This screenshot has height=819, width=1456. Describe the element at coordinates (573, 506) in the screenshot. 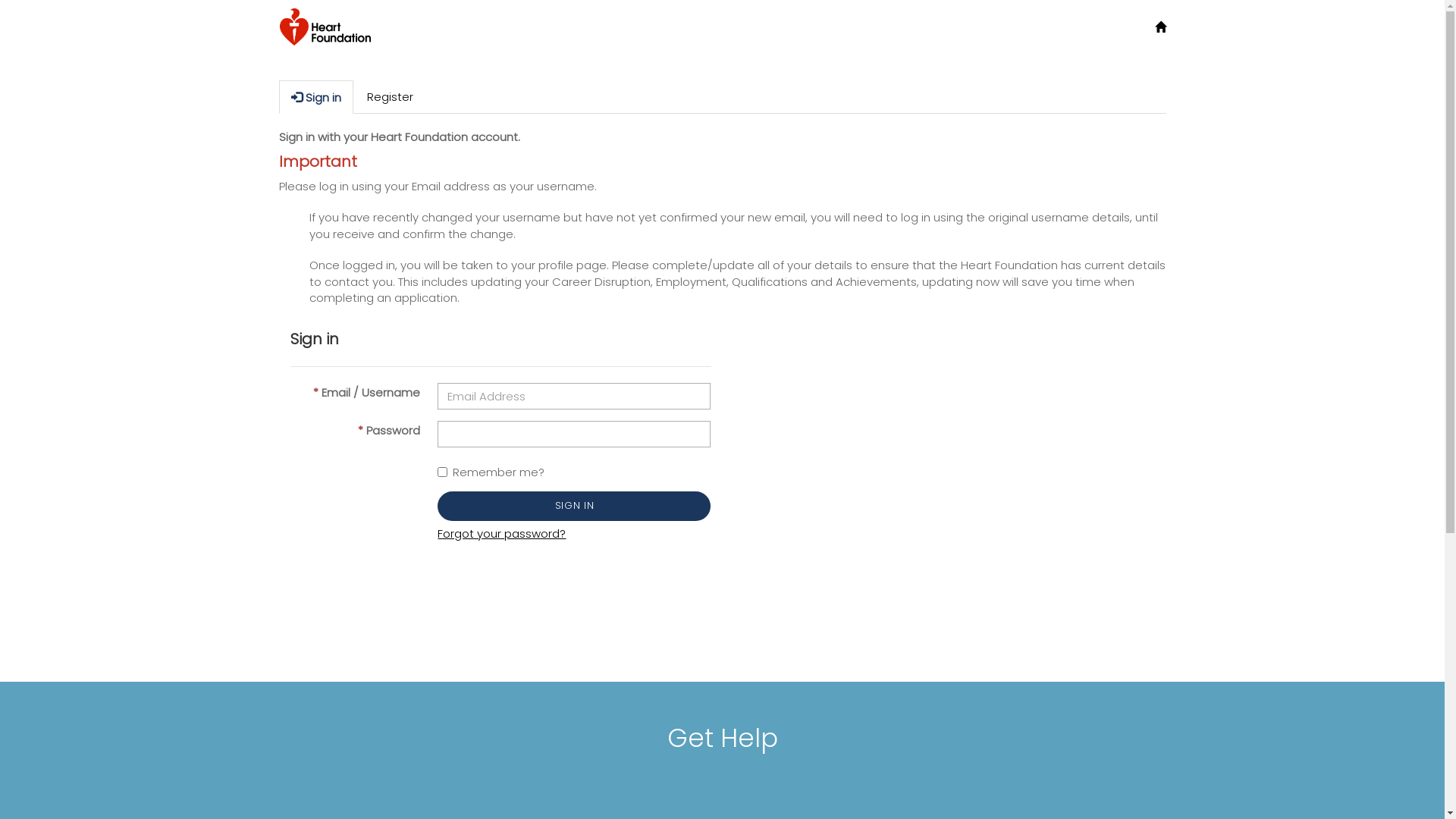

I see `'SIGN IN'` at that location.